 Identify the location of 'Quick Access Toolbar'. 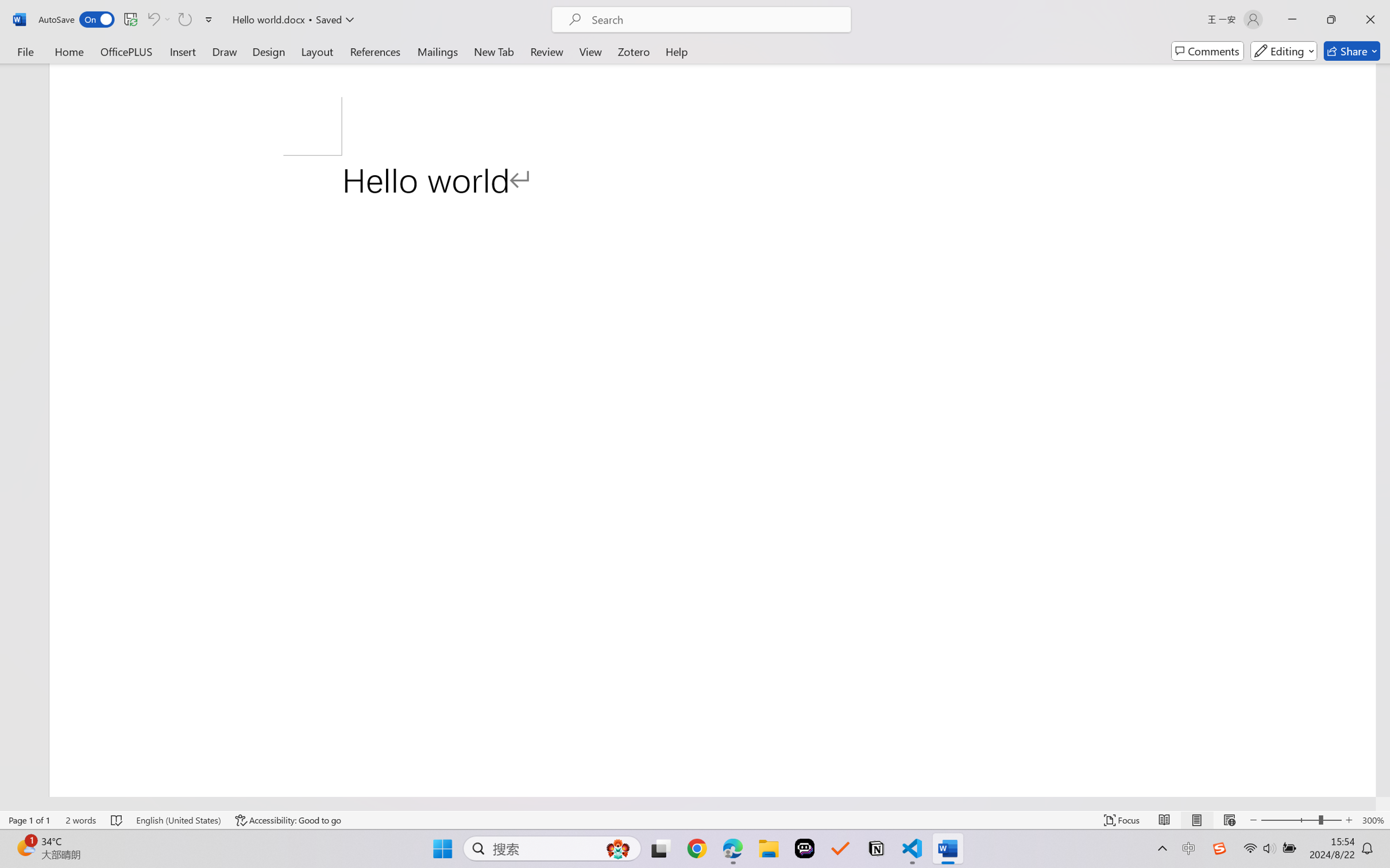
(128, 19).